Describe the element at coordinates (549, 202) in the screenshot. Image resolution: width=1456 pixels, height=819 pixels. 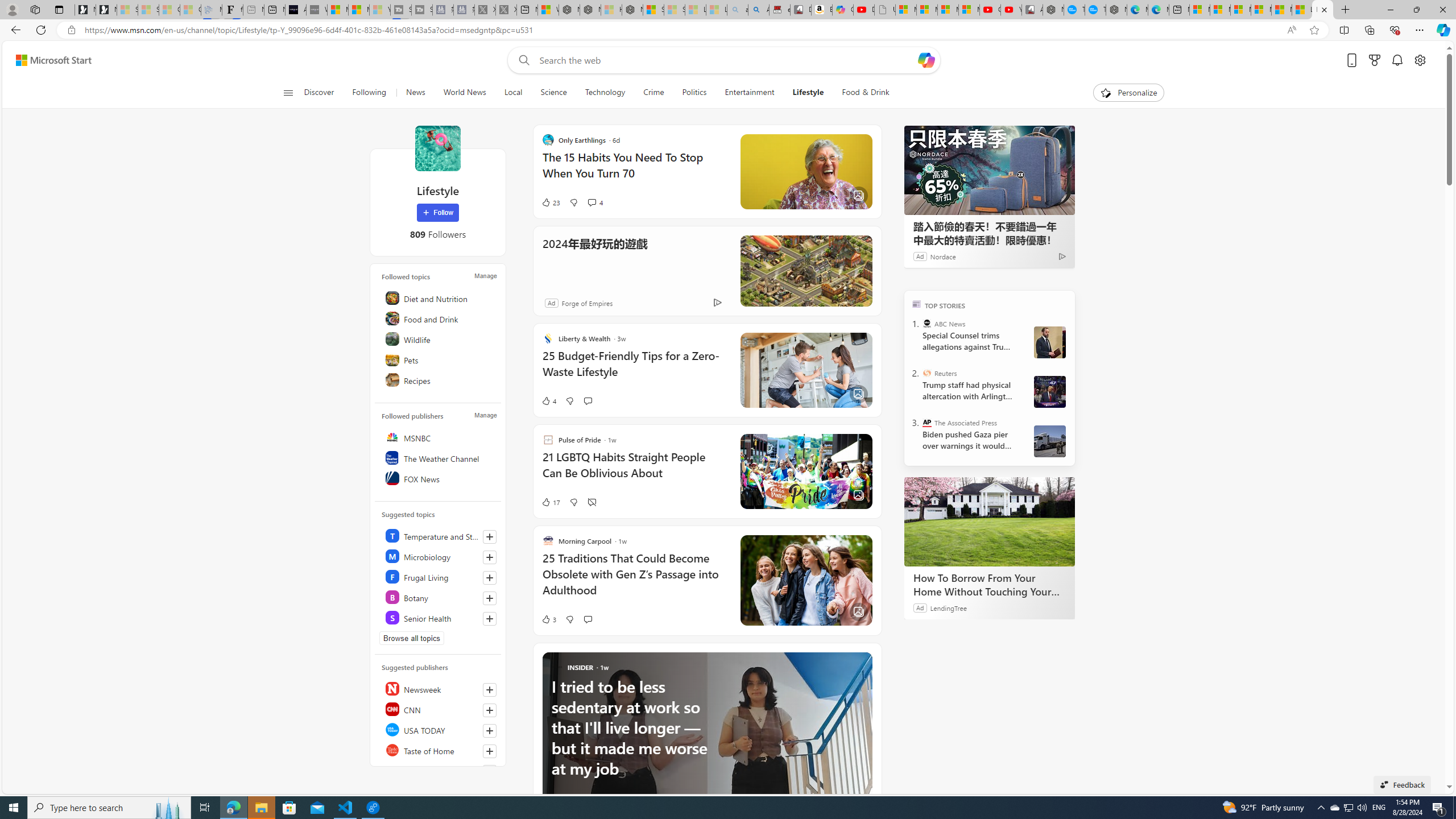
I see `'23 Like'` at that location.